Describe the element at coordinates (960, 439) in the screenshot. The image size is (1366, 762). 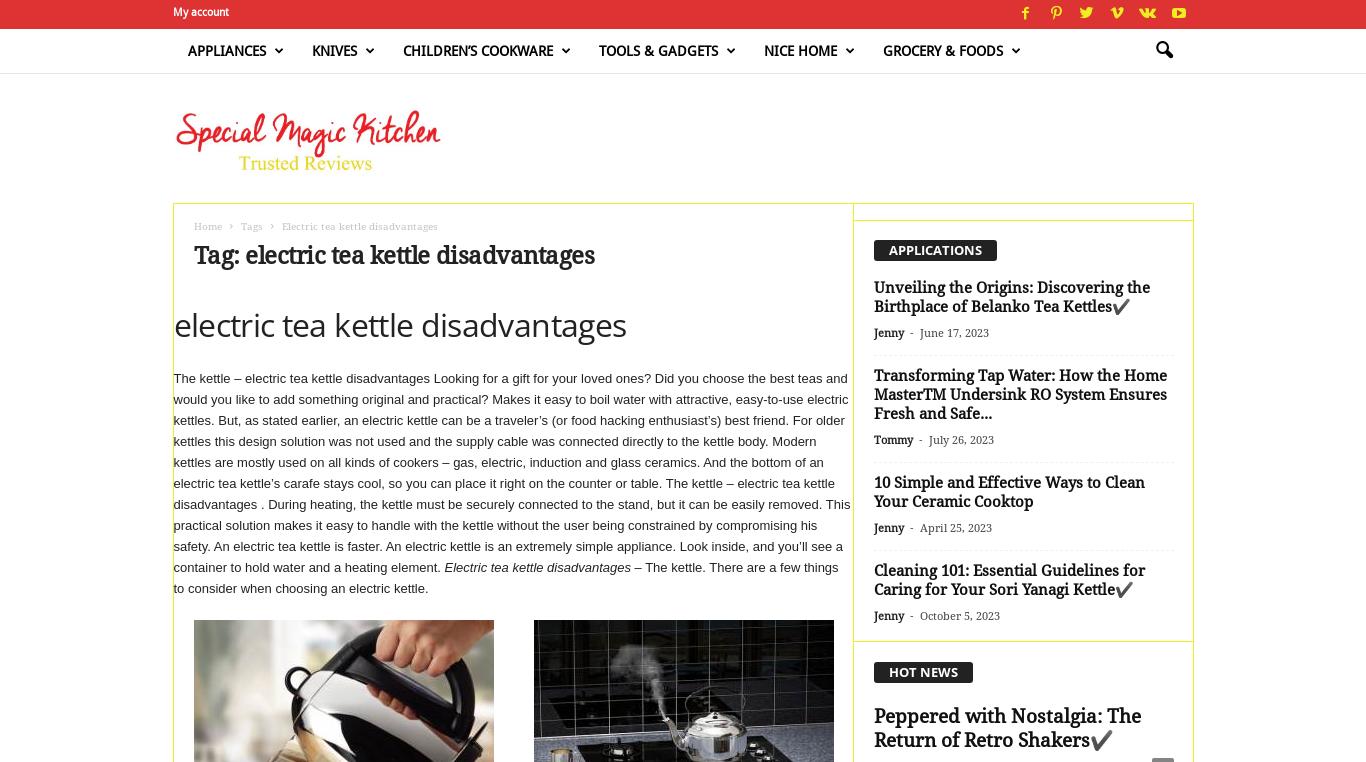
I see `'July 26, 2023'` at that location.